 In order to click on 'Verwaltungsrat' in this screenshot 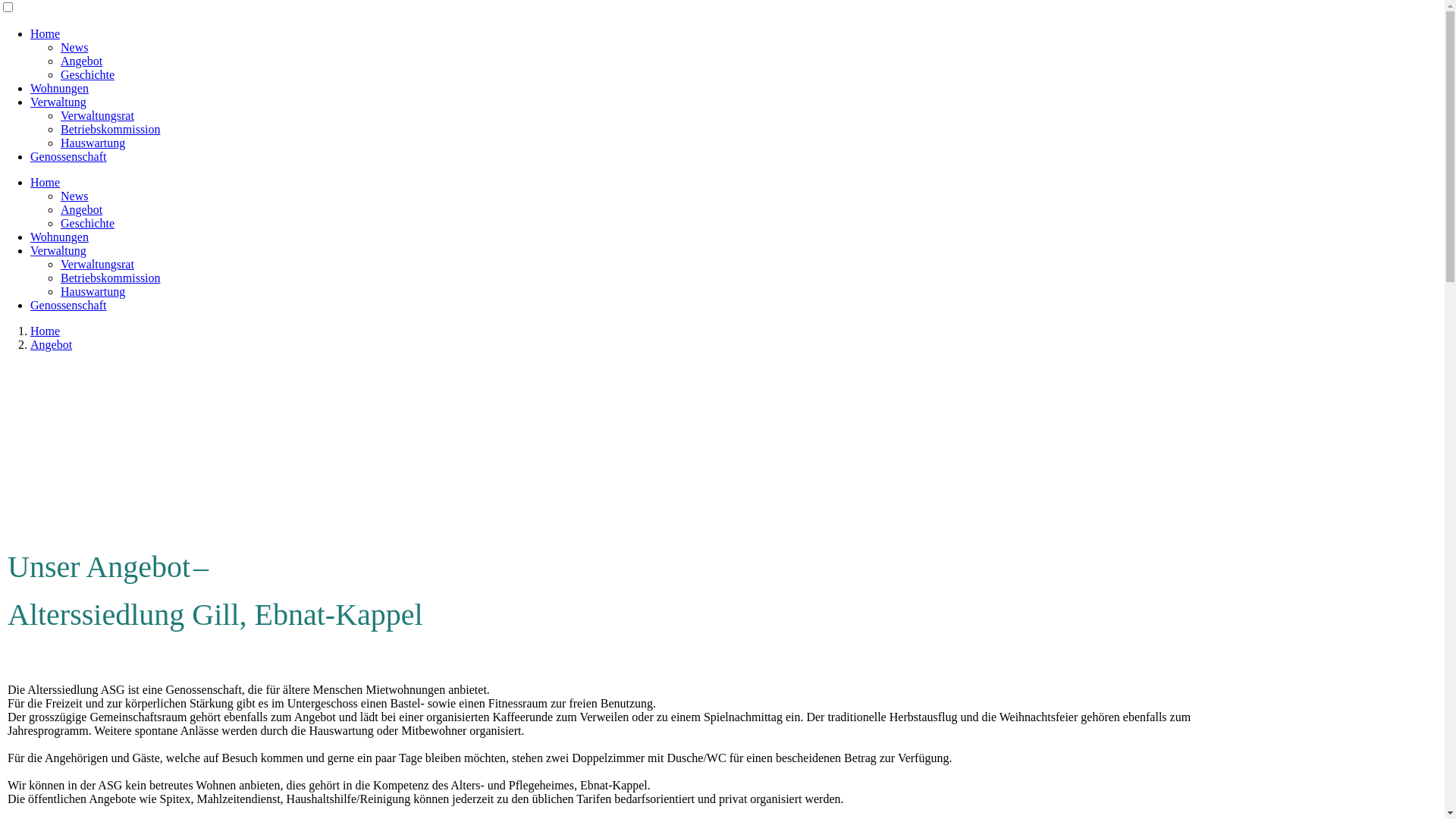, I will do `click(96, 115)`.